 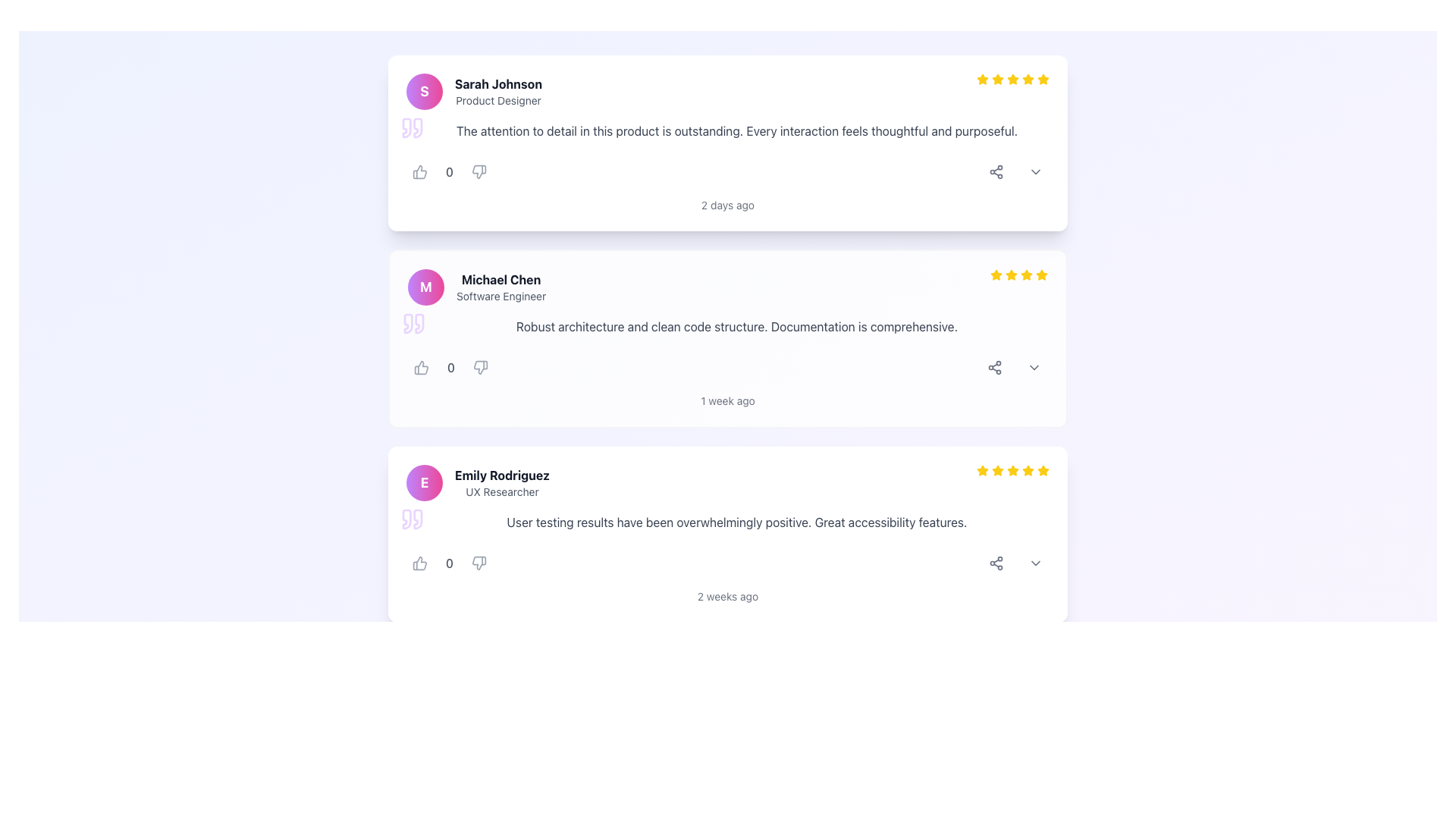 What do you see at coordinates (479, 368) in the screenshot?
I see `the thumbs-down icon, which is a minimalistic outline style icon located next to the numeral '0' in the second comment block` at bounding box center [479, 368].